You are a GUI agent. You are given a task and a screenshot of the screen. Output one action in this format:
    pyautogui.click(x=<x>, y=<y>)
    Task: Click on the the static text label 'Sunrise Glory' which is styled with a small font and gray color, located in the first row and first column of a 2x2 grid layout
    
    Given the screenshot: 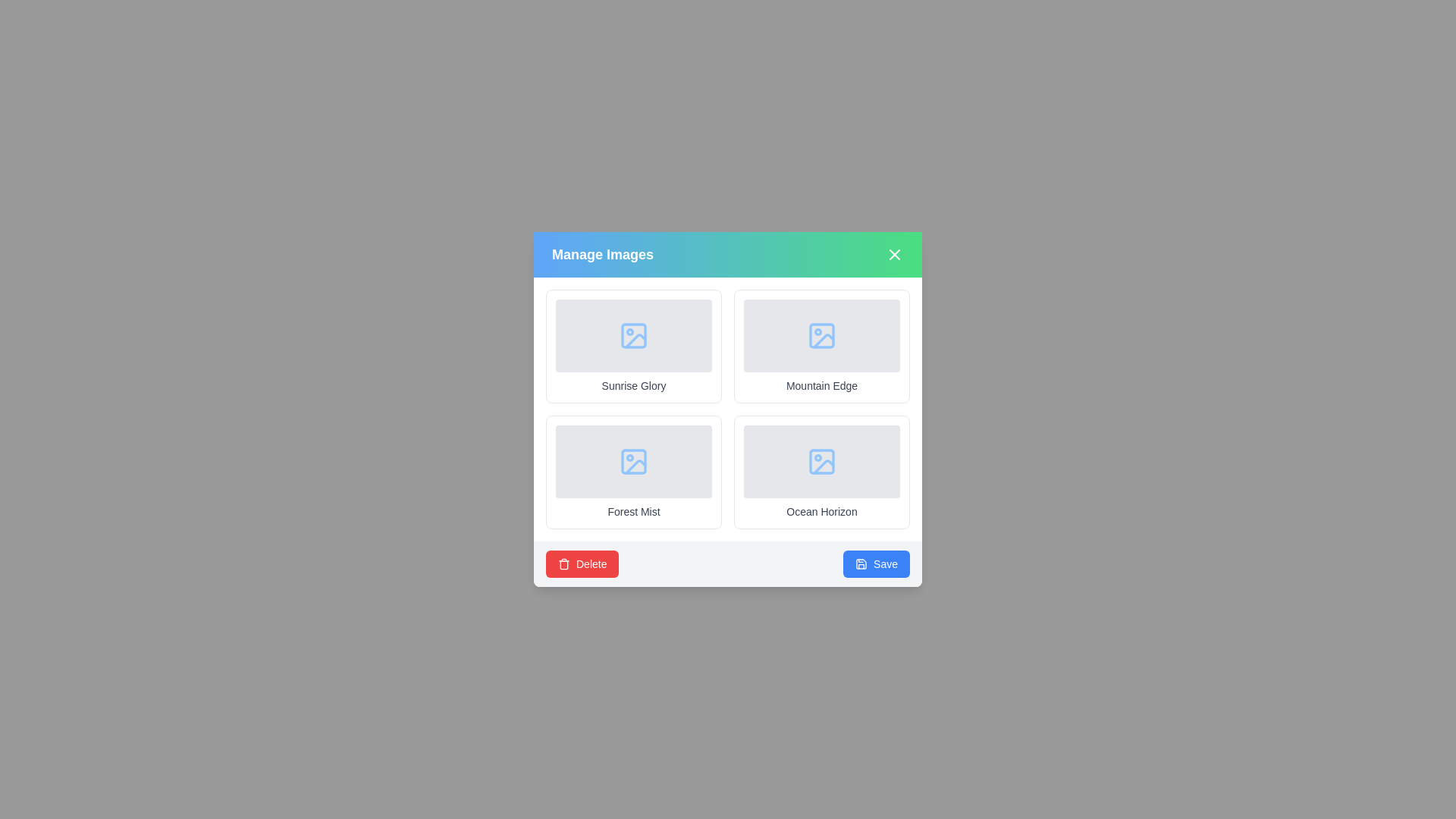 What is the action you would take?
    pyautogui.click(x=633, y=385)
    